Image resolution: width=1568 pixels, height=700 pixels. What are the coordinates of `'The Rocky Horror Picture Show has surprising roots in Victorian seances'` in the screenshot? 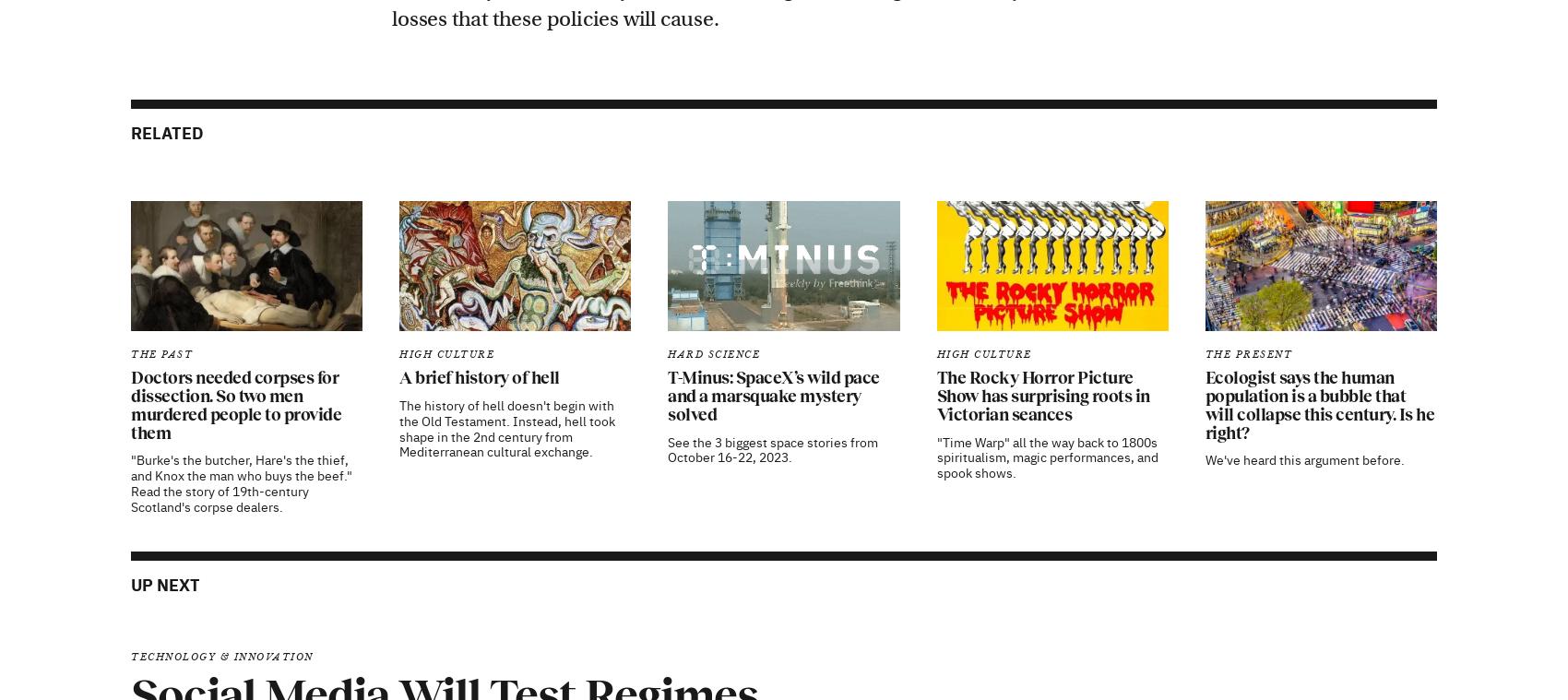 It's located at (1042, 157).